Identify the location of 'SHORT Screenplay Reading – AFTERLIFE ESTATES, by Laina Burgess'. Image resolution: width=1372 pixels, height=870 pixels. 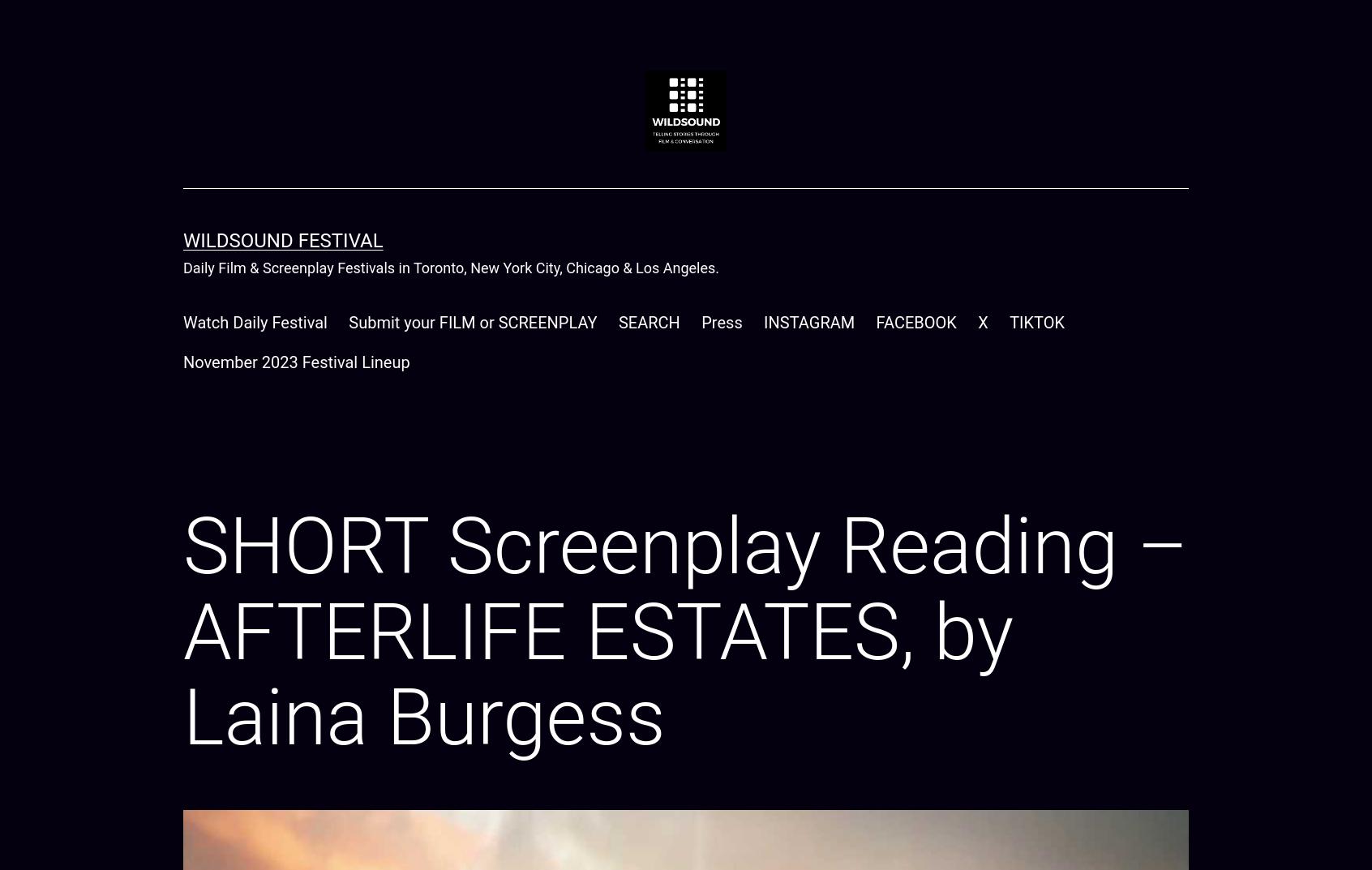
(685, 632).